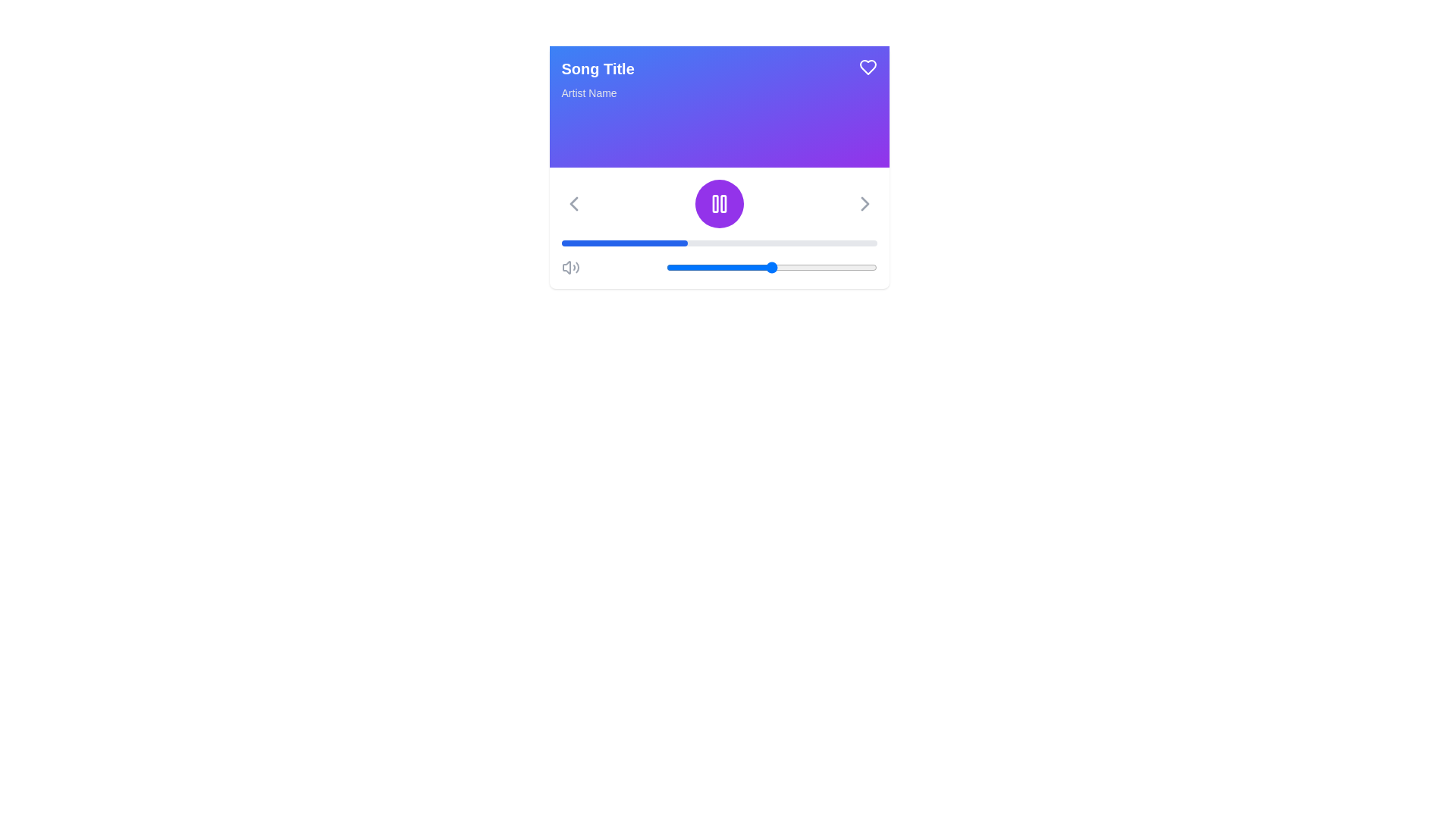 The width and height of the screenshot is (1456, 819). I want to click on the slider value, so click(744, 267).